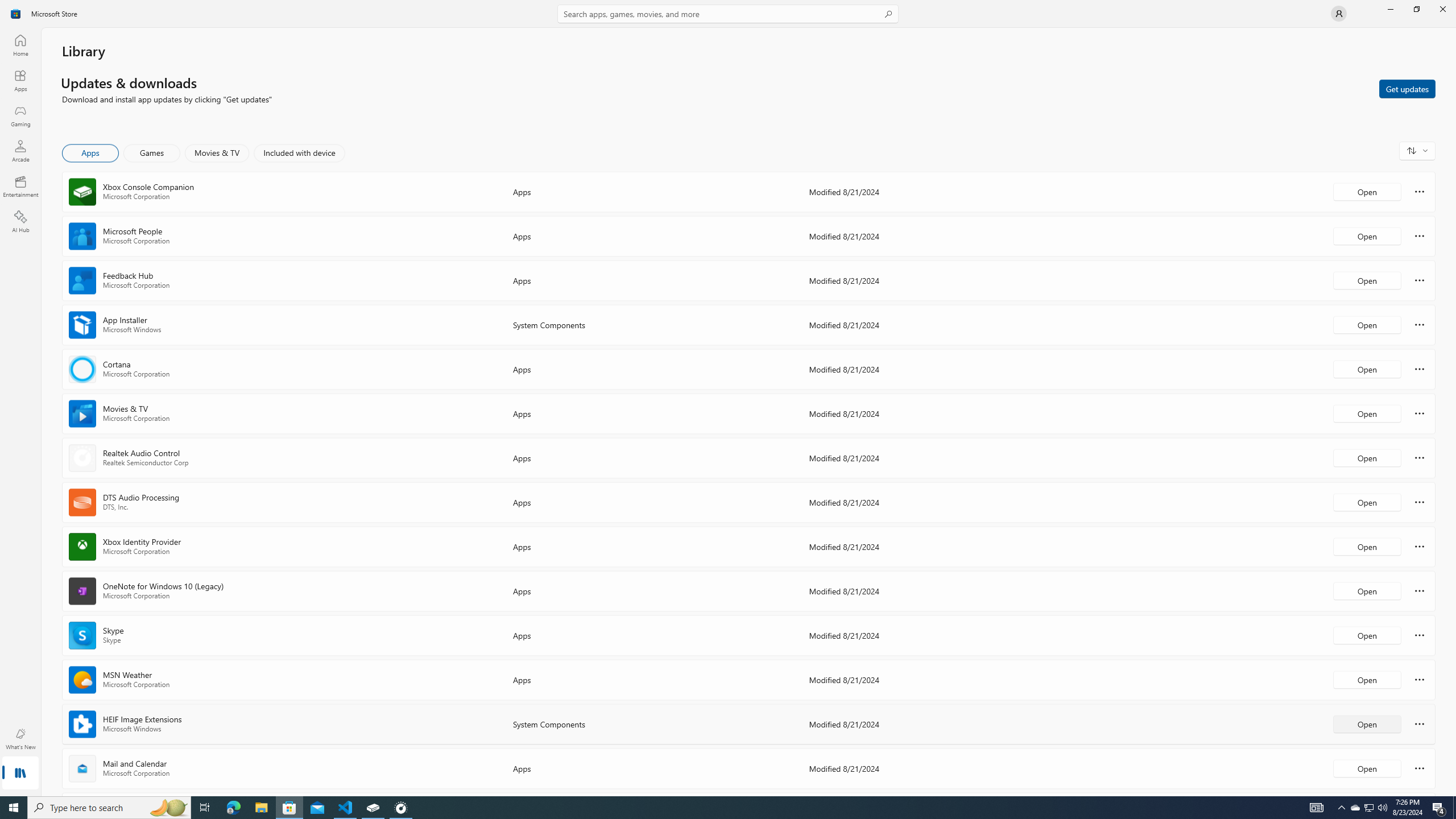 Image resolution: width=1456 pixels, height=819 pixels. I want to click on 'Restore Microsoft Store', so click(1416, 9).